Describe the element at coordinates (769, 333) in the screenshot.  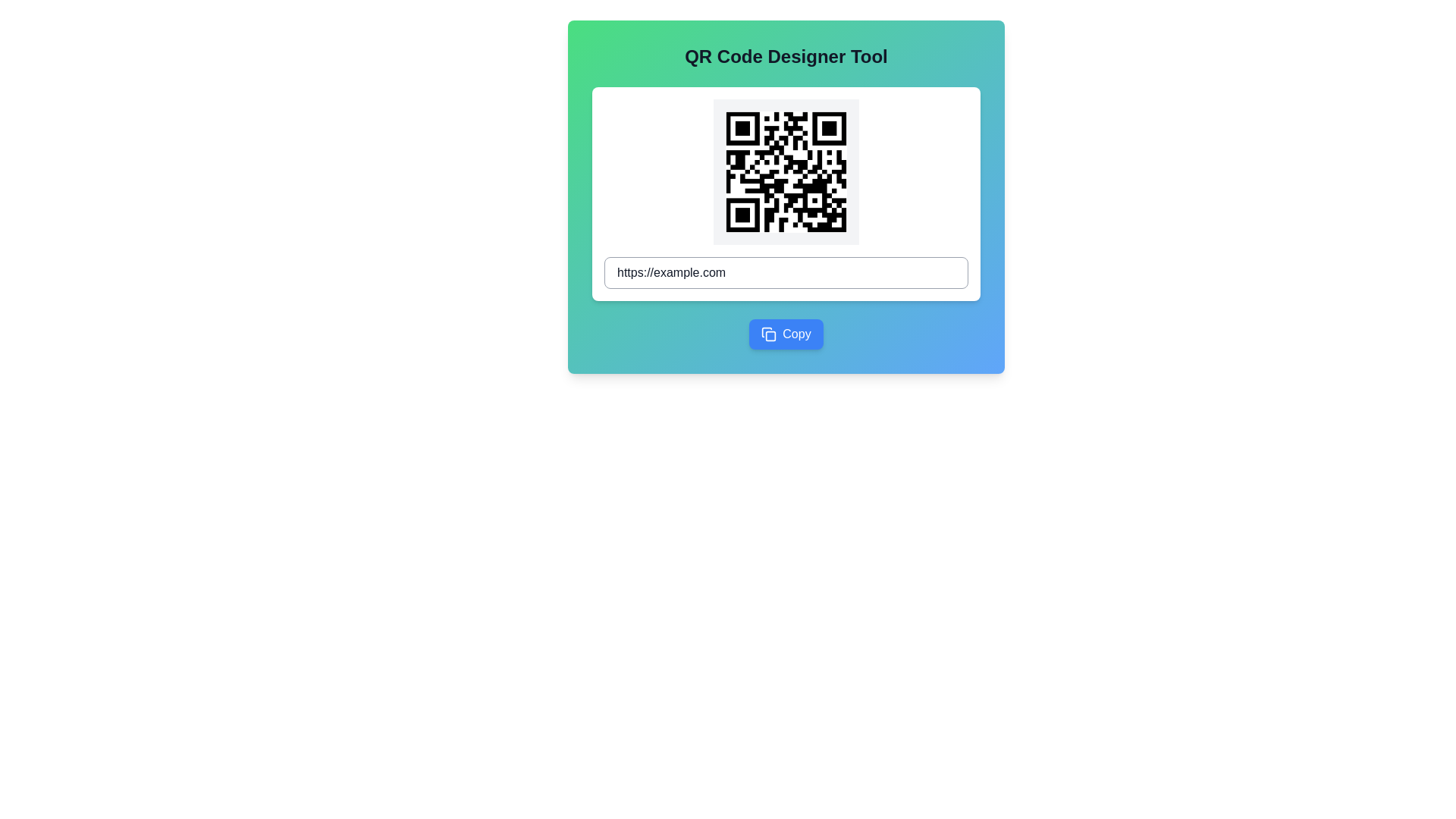
I see `the copy icon located to the left of the 'Copy' button at the bottom of the card layout` at that location.